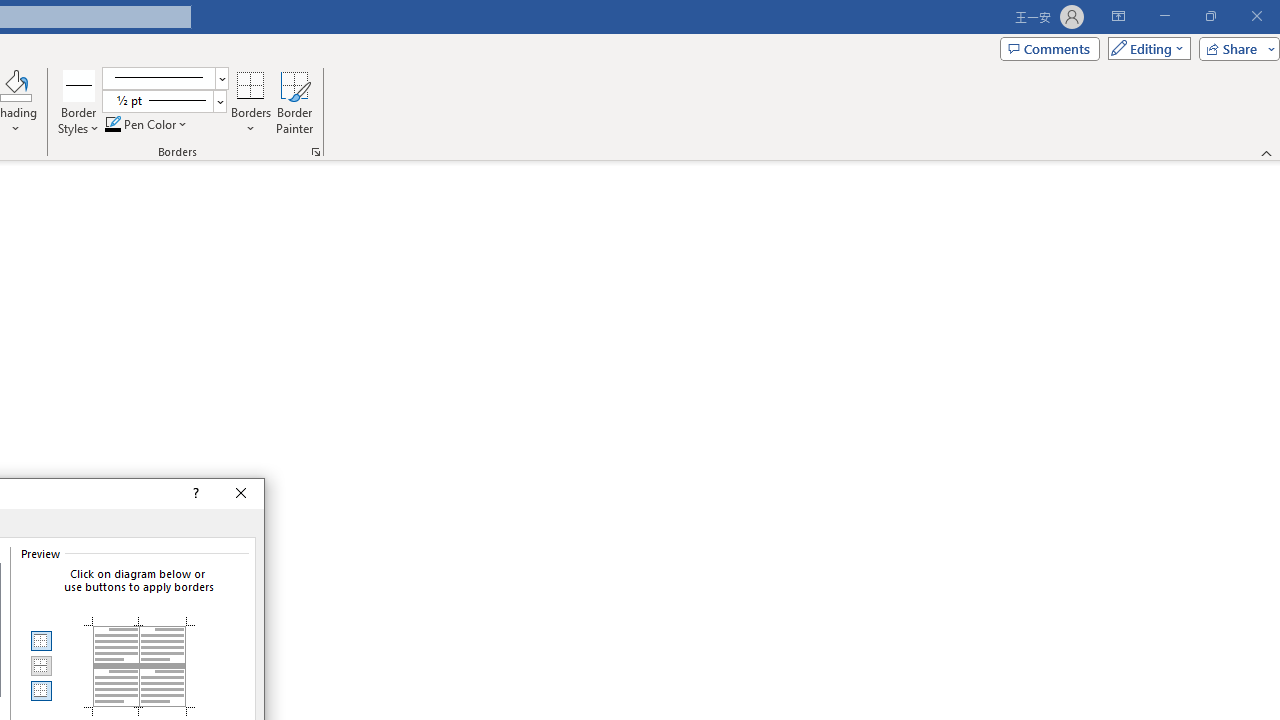  Describe the element at coordinates (1048, 47) in the screenshot. I see `'Comments'` at that location.